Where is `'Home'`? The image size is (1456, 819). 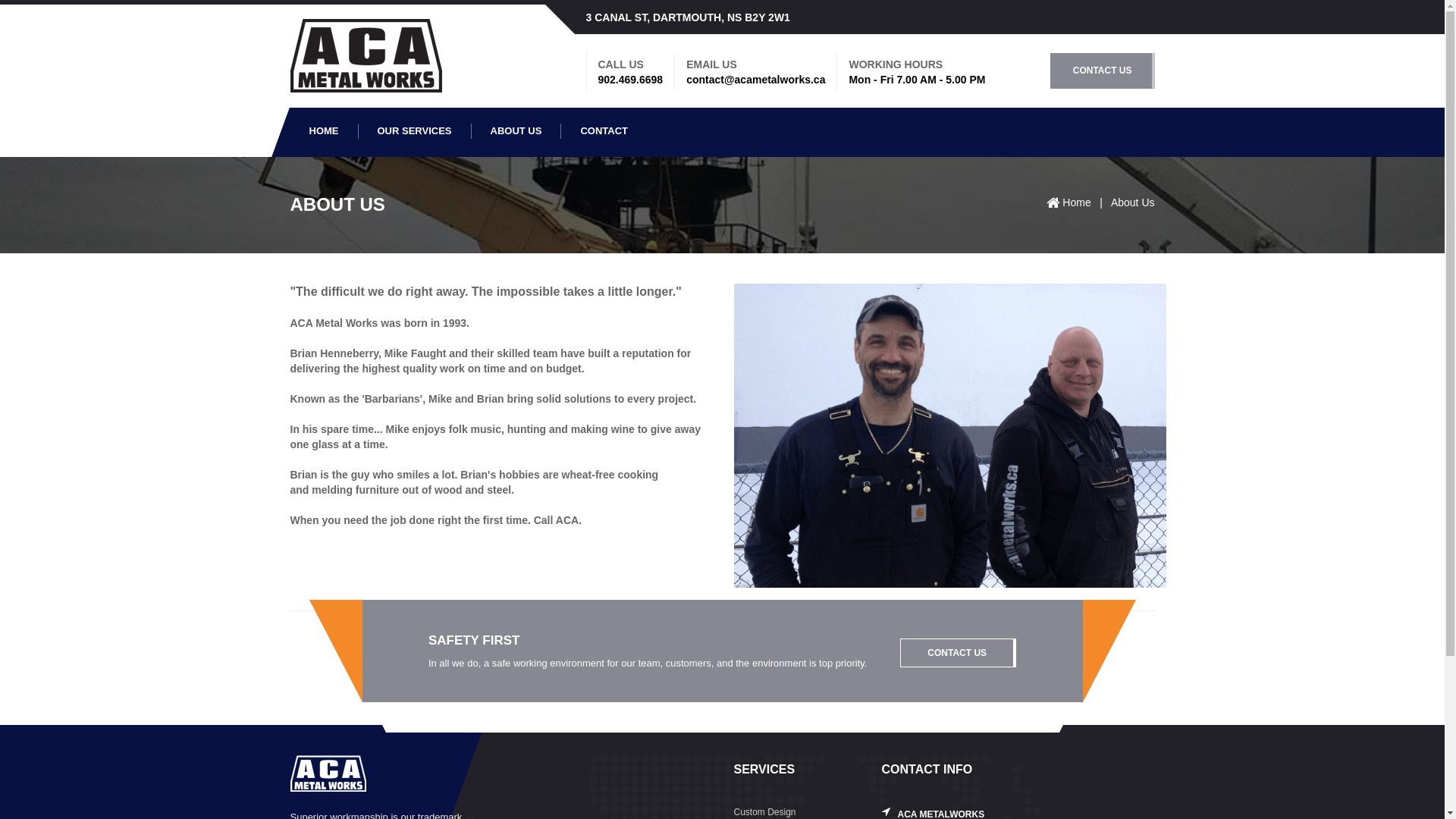
'Home' is located at coordinates (1062, 201).